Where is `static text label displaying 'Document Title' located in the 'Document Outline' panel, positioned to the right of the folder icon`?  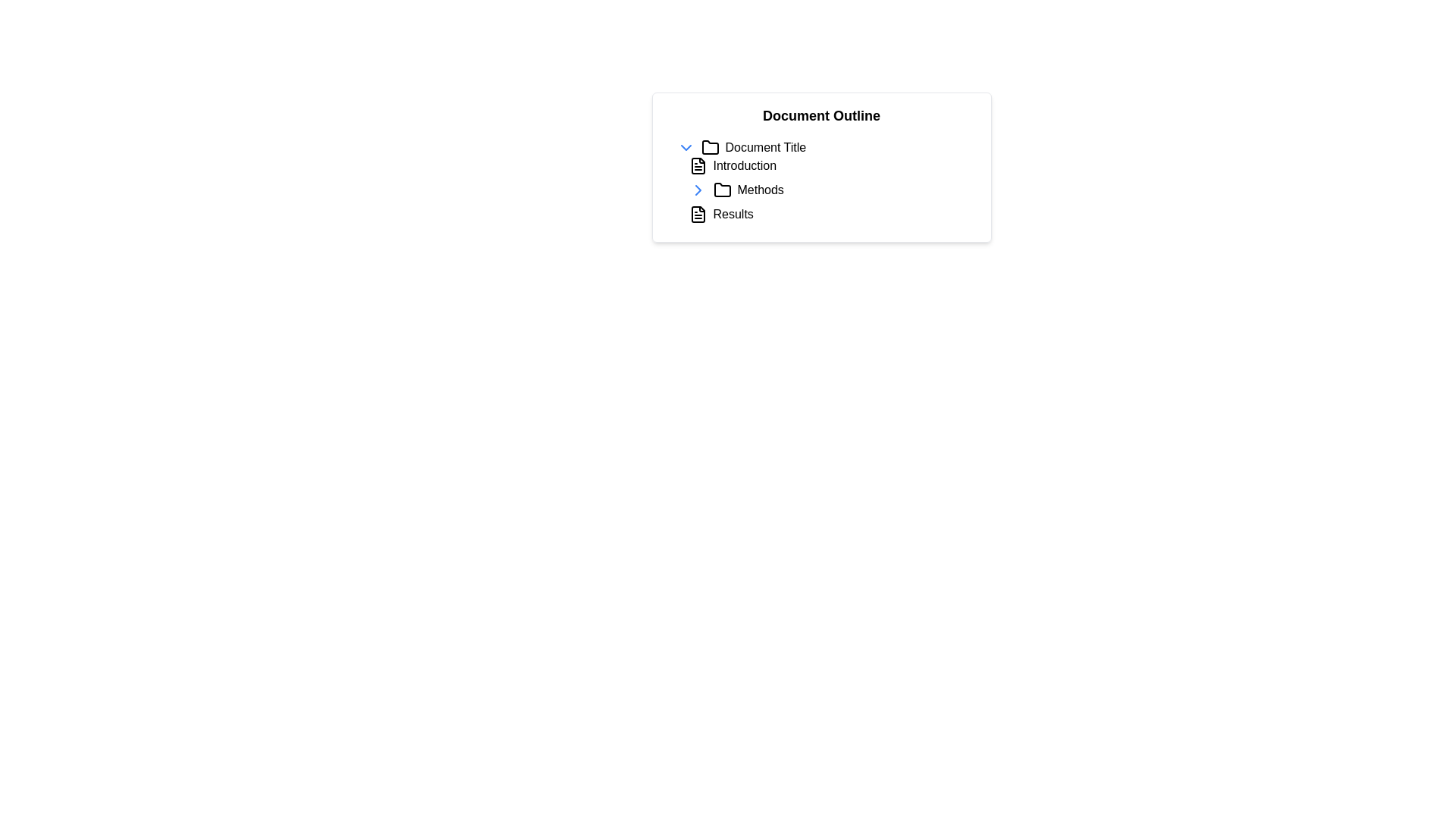 static text label displaying 'Document Title' located in the 'Document Outline' panel, positioned to the right of the folder icon is located at coordinates (765, 148).